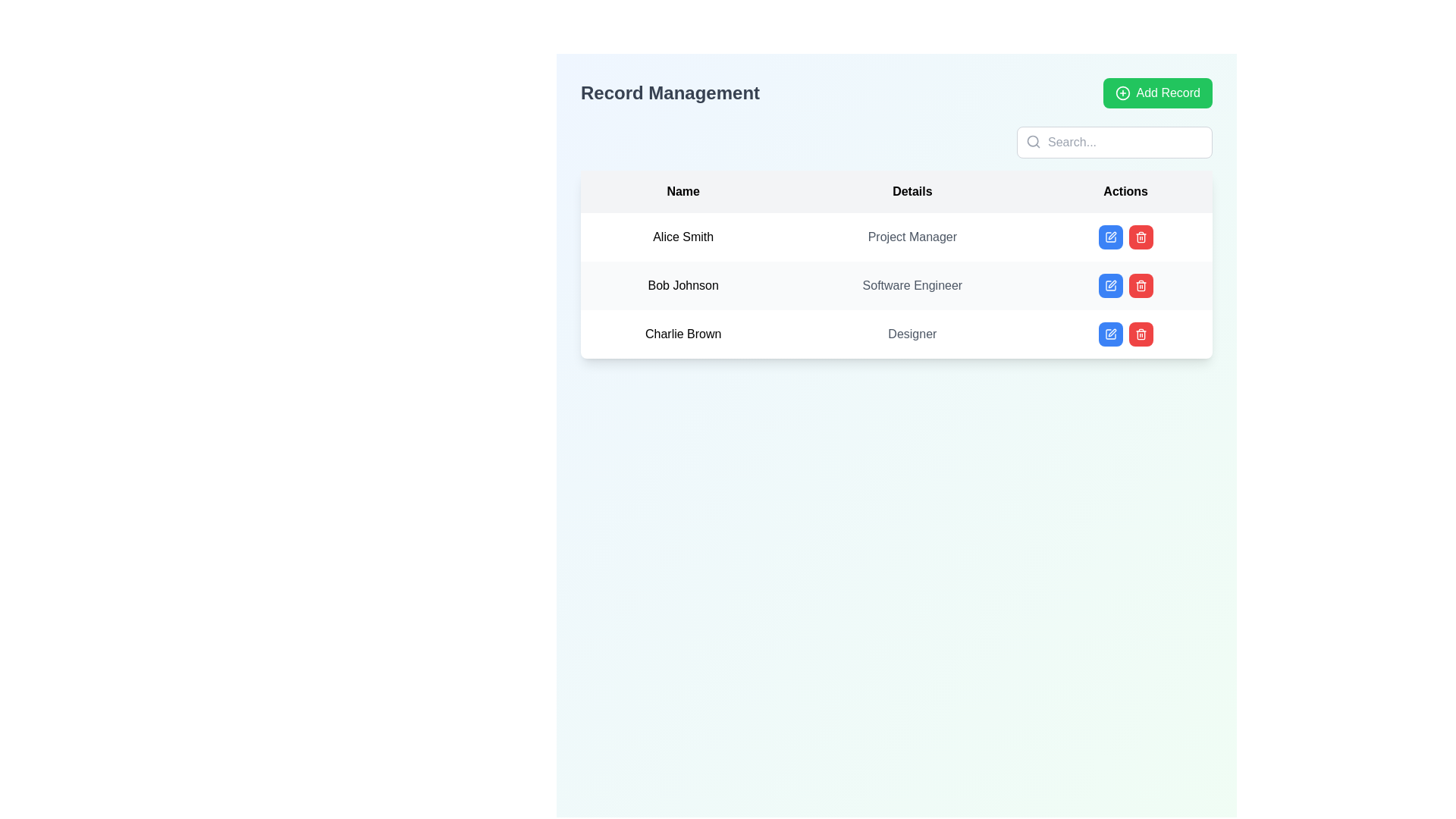 This screenshot has height=819, width=1456. Describe the element at coordinates (912, 286) in the screenshot. I see `the static text label displaying 'Software Engineer' located in the second row under the 'Details' column beside the 'Bob Johnson' name entry` at that location.